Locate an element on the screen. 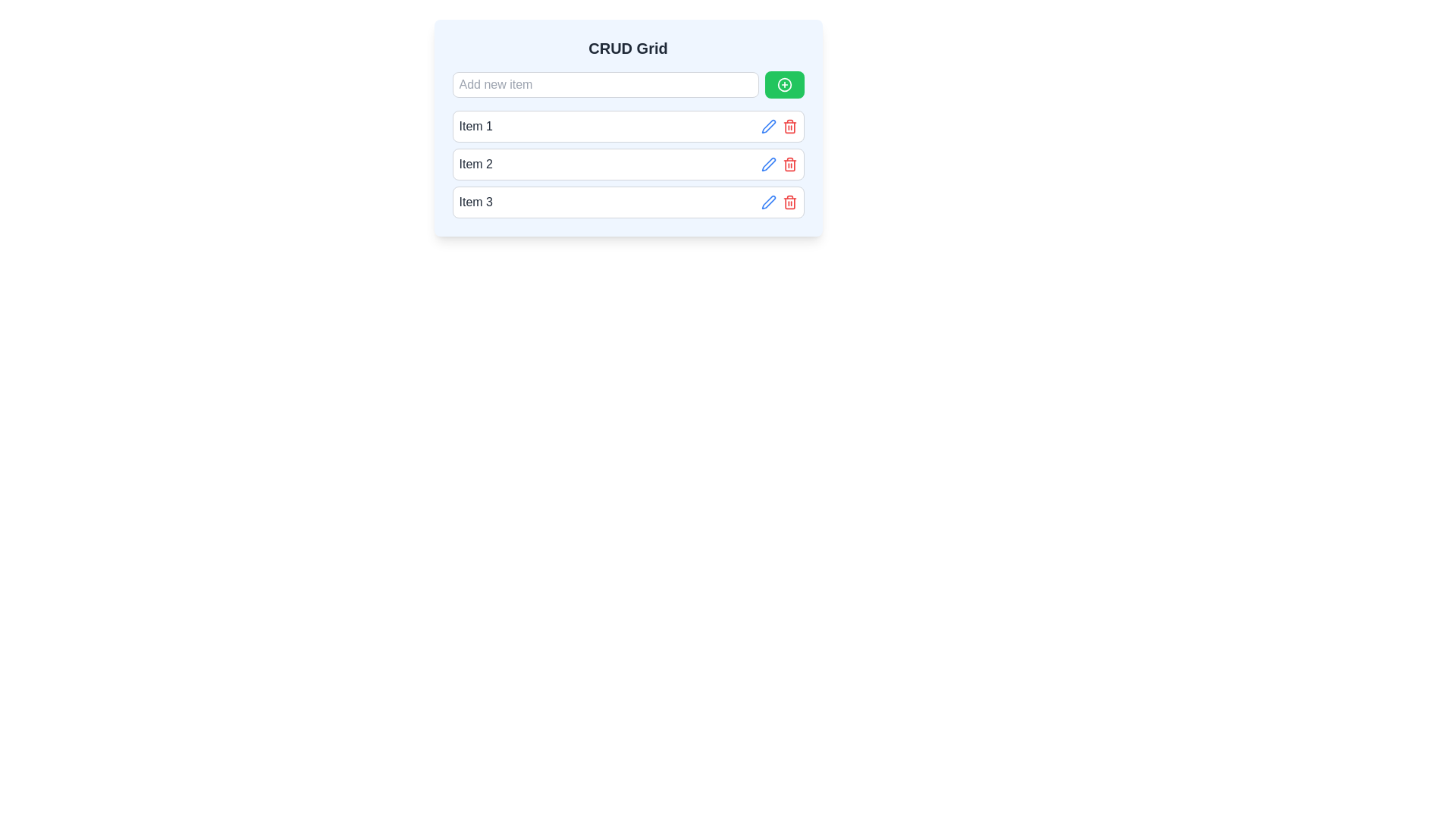 The width and height of the screenshot is (1456, 819). the leftmost icon button representing a pen to initiate edit mode is located at coordinates (768, 125).